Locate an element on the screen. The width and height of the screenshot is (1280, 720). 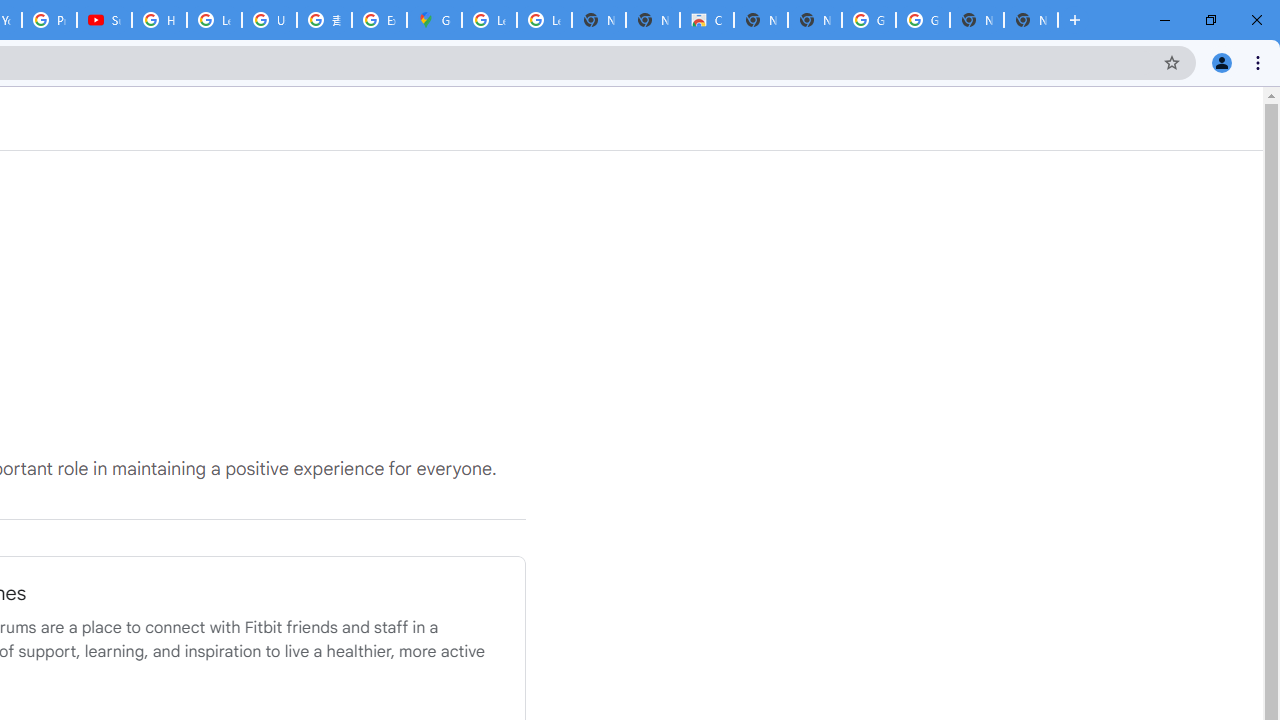
'Subscriptions - YouTube' is located at coordinates (103, 20).